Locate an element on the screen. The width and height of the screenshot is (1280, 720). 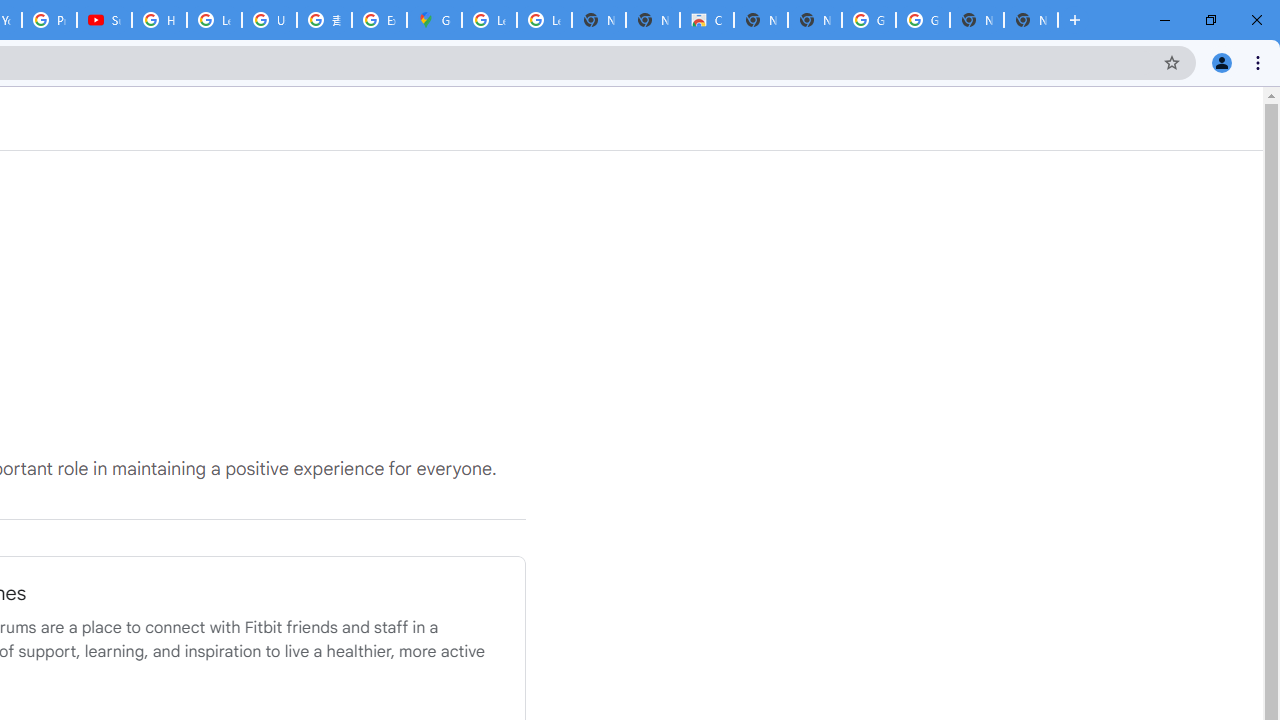
'Subscriptions - YouTube' is located at coordinates (103, 20).